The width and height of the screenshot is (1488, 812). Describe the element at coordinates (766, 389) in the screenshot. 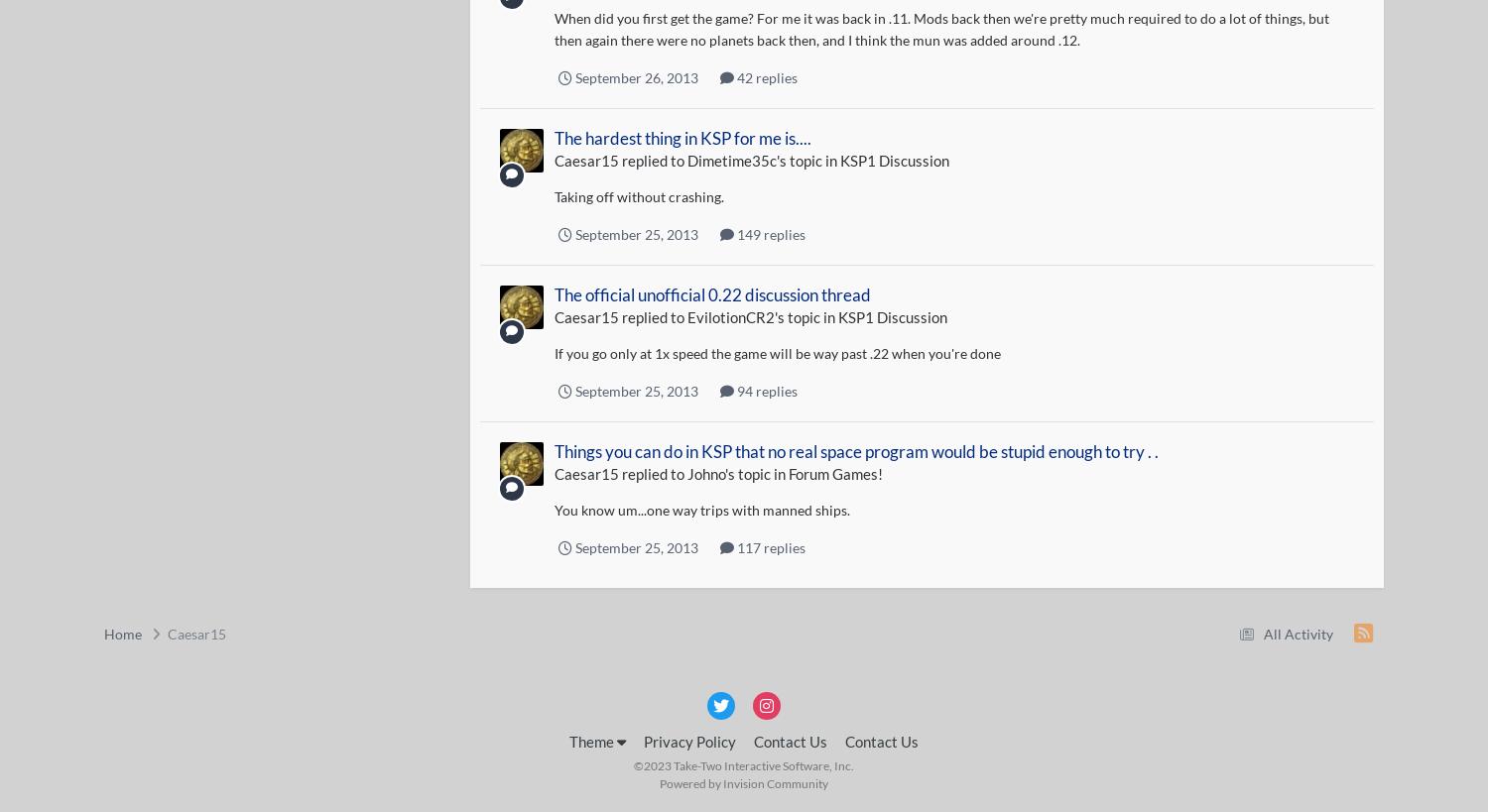

I see `'94 replies'` at that location.